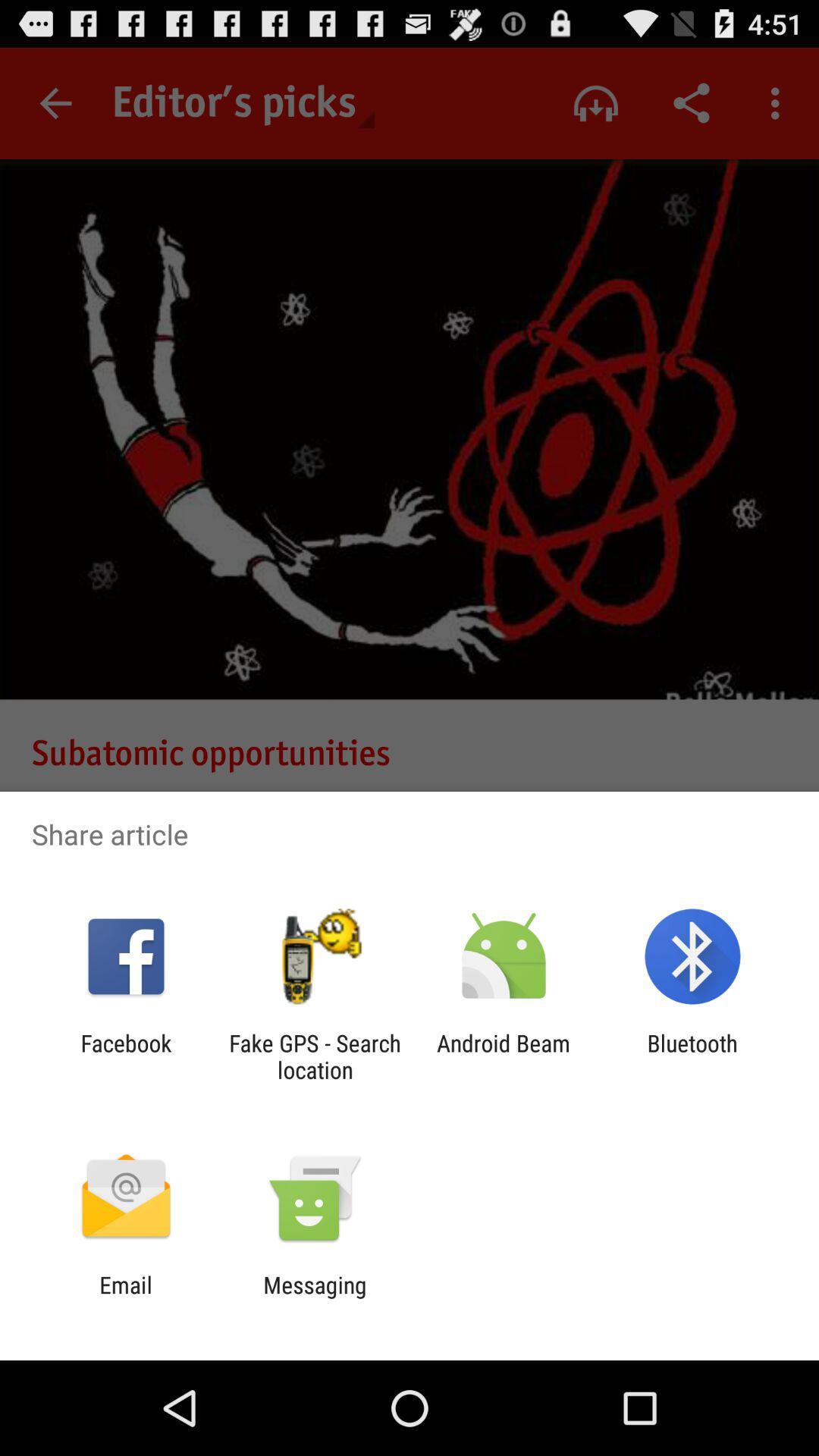  Describe the element at coordinates (504, 1056) in the screenshot. I see `item next to the fake gps search item` at that location.